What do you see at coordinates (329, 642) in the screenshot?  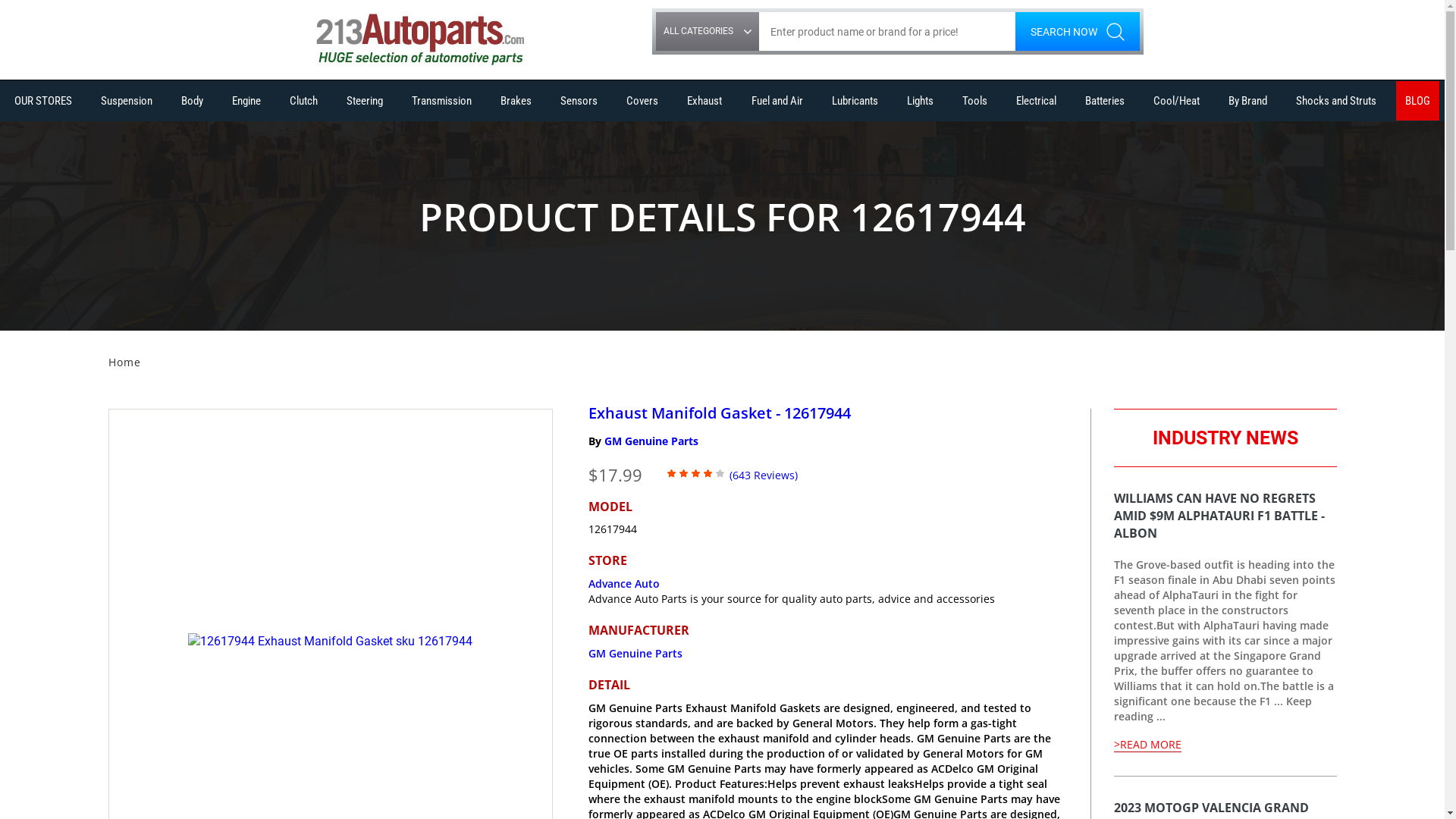 I see `'12617944 Exhaust Manifold Gasket sku 12617944'` at bounding box center [329, 642].